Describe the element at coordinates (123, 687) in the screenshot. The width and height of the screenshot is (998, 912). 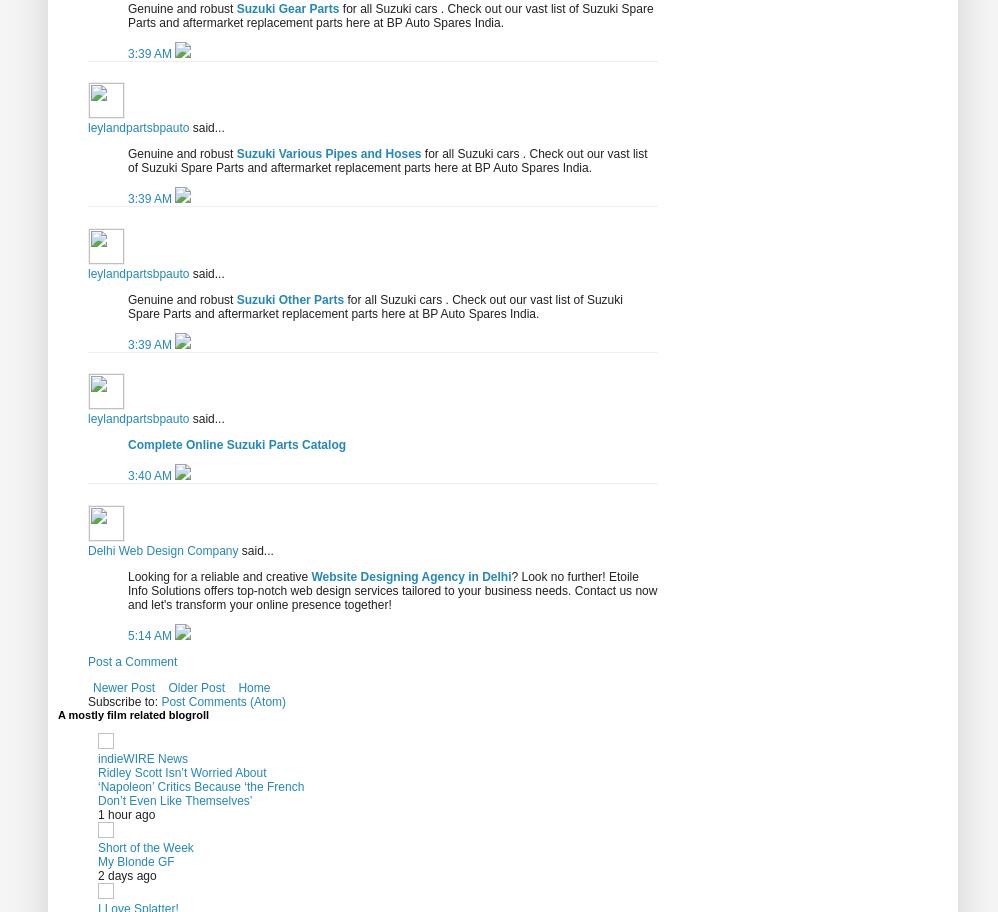
I see `'Newer Post'` at that location.